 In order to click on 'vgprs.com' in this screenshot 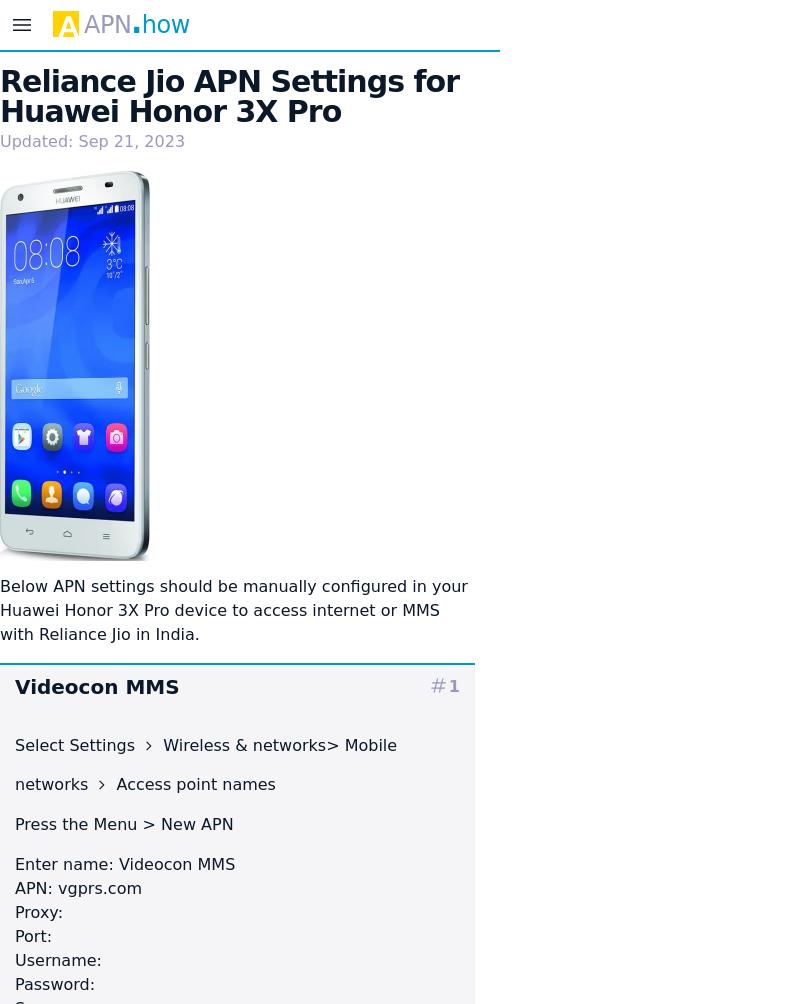, I will do `click(100, 886)`.